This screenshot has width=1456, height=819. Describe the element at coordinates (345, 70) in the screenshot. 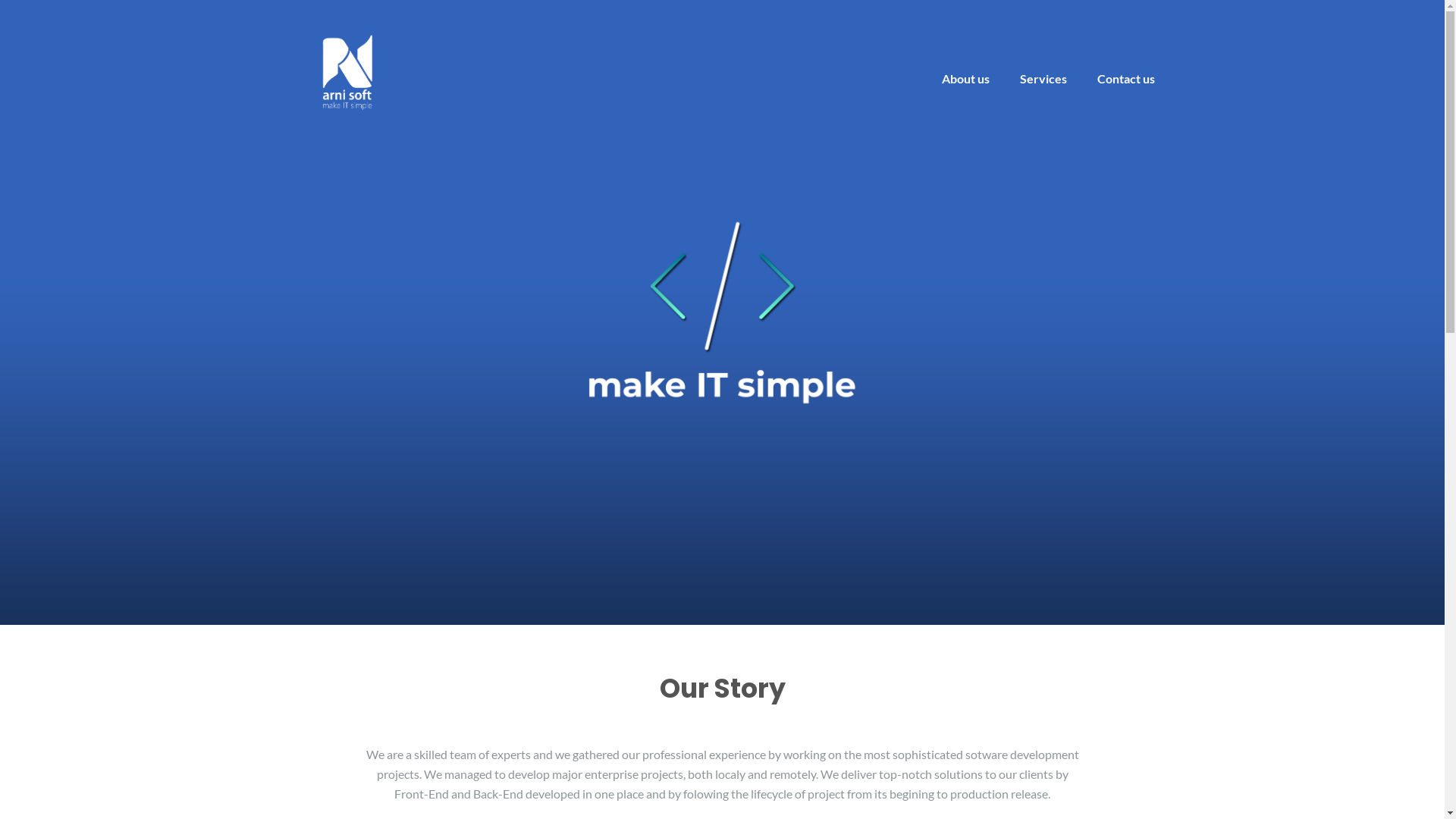

I see `'arni soft'` at that location.